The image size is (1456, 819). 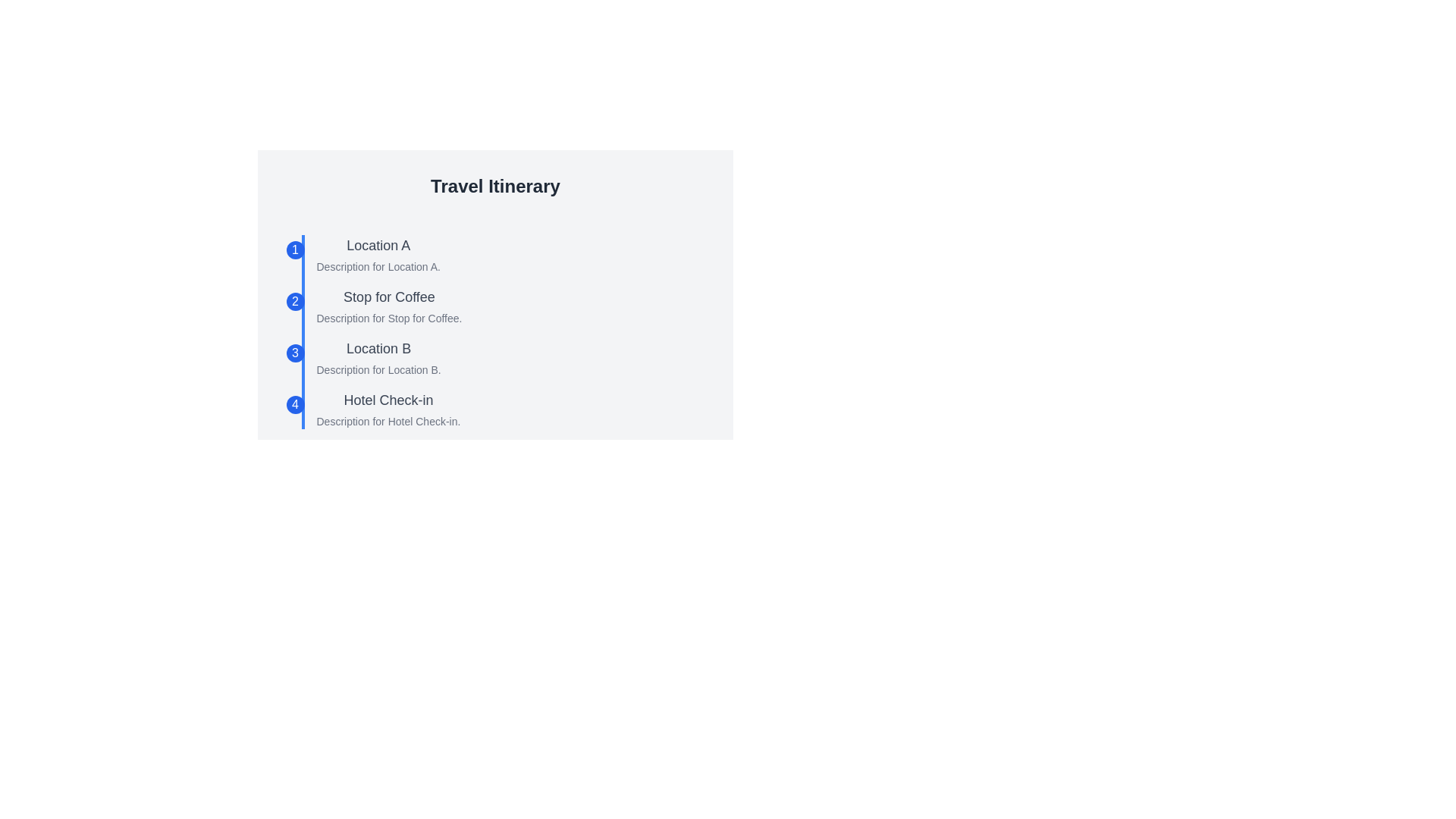 I want to click on the descriptive label located directly below the heading 'Stop for Coffee' in the Travel Itinerary section, so click(x=389, y=318).